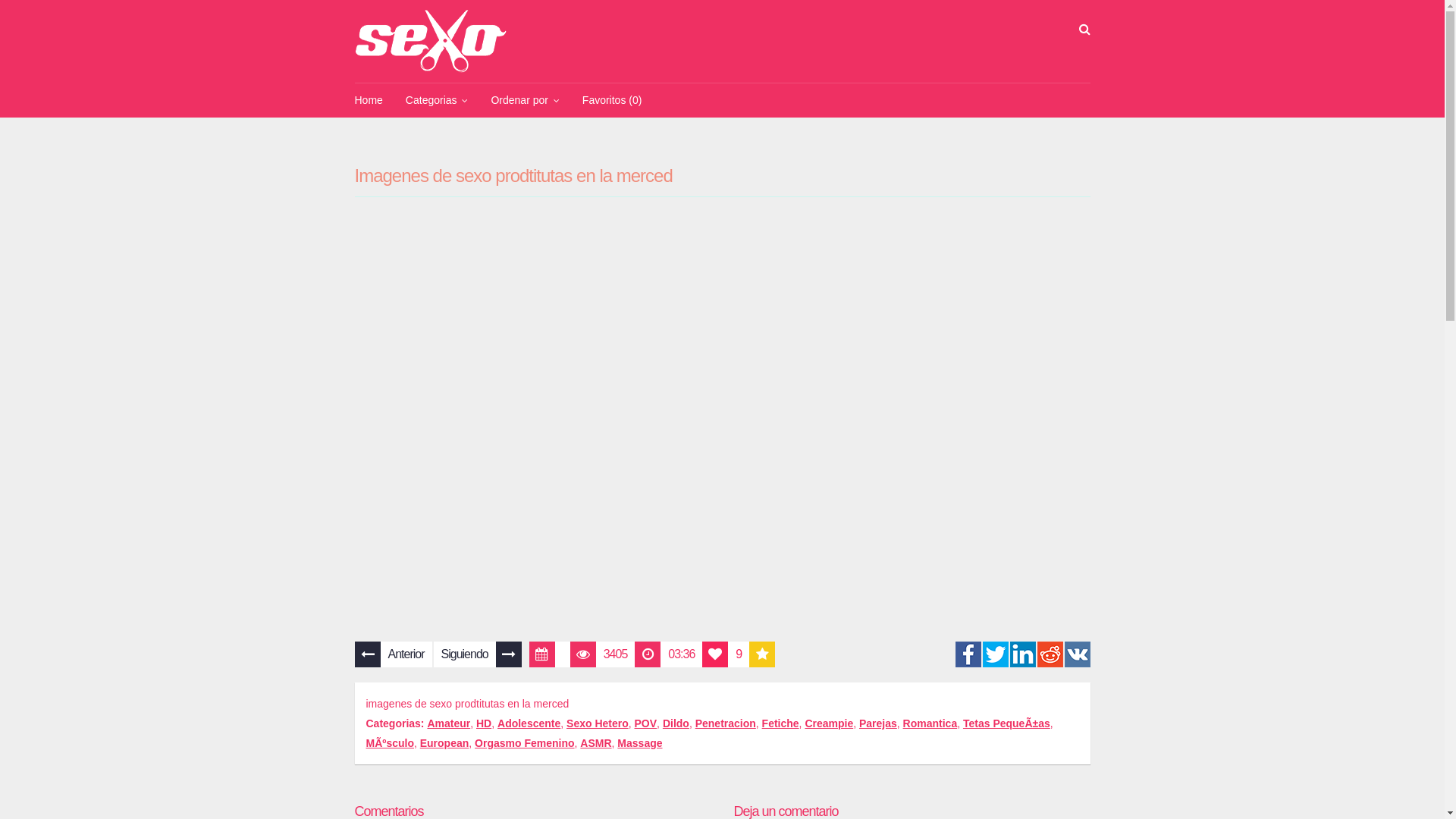 The height and width of the screenshot is (819, 1456). Describe the element at coordinates (476, 654) in the screenshot. I see `'Siguiendo'` at that location.